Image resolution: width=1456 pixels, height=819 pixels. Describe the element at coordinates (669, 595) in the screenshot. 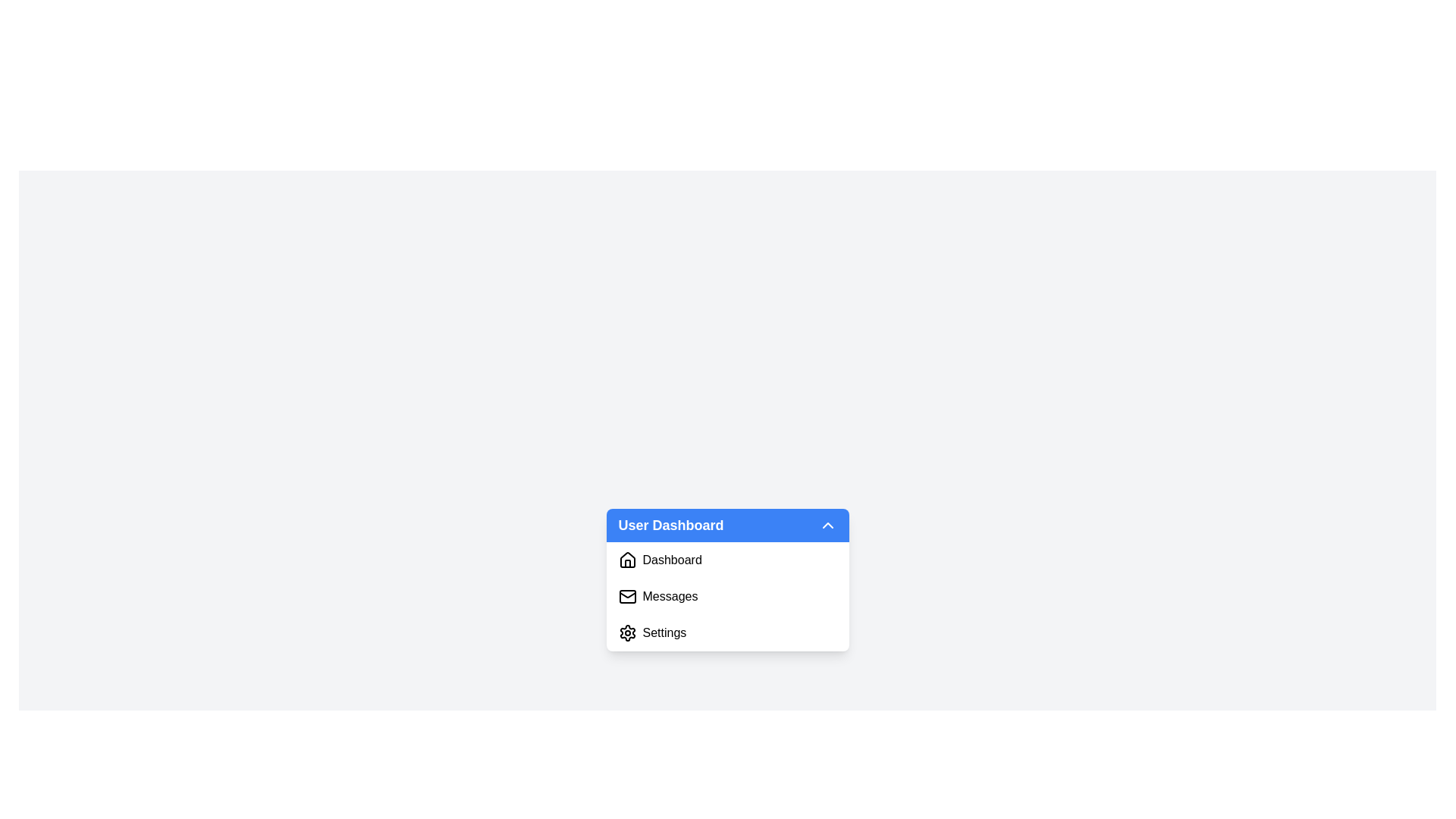

I see `the 'Messages' text label located within the vertical menu under the 'User Dashboard'` at that location.